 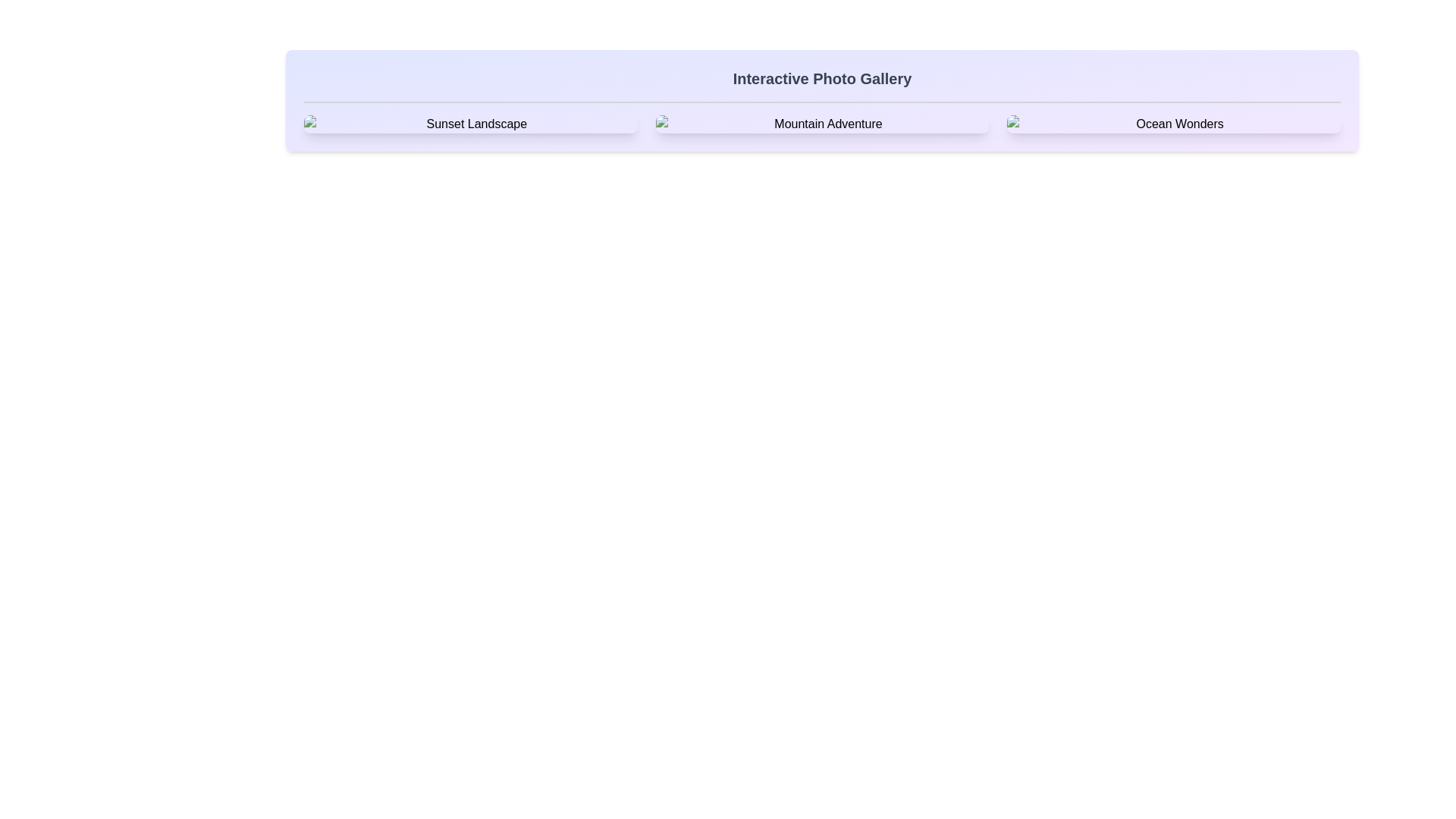 I want to click on the 'Mountain Adventure' interactive gallery item, which is the second item in a series of three, located centrally between 'Sunset Landscape' and 'Ocean Wonders', so click(x=821, y=124).